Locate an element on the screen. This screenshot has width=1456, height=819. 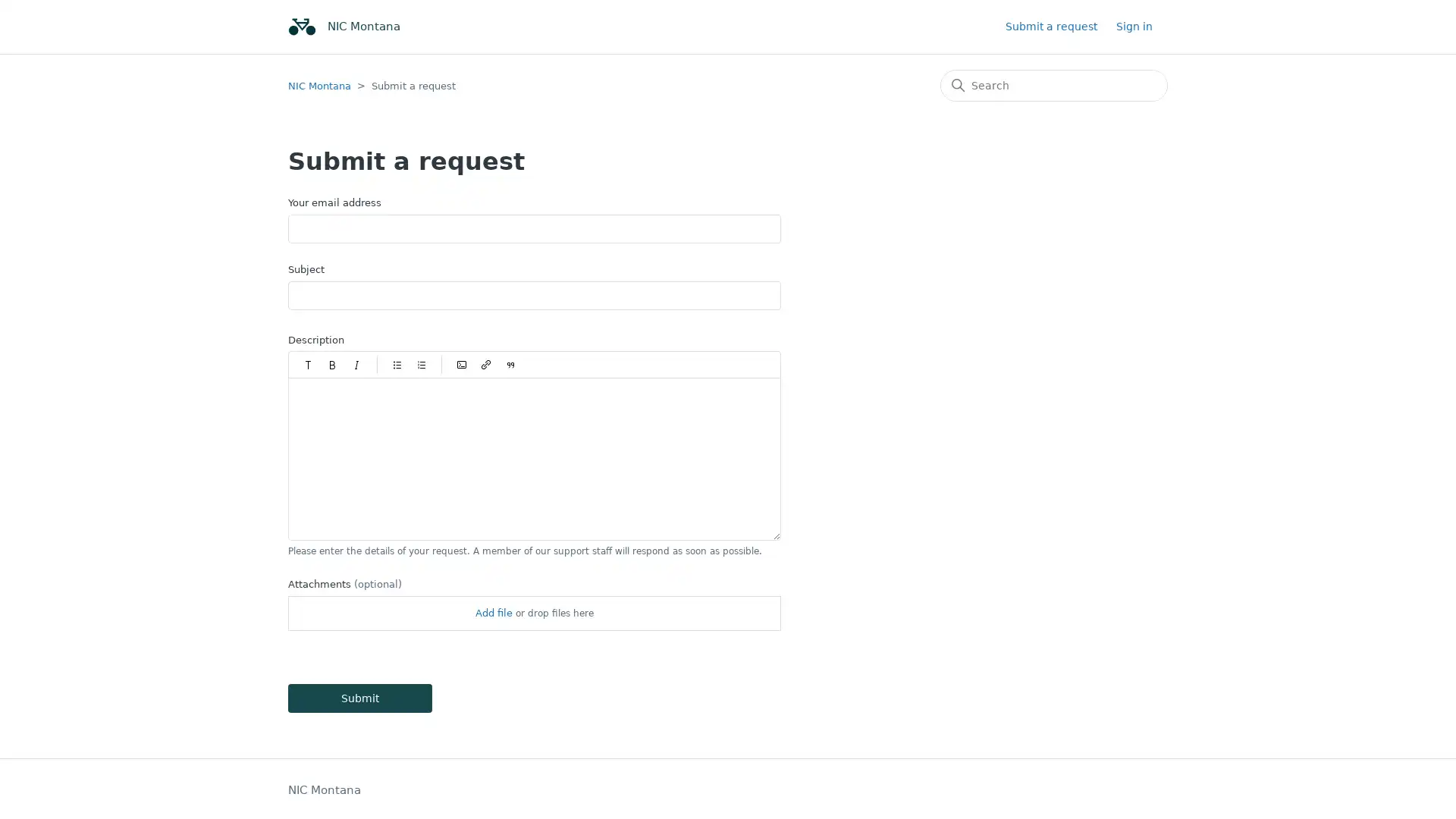
Bold is located at coordinates (331, 365).